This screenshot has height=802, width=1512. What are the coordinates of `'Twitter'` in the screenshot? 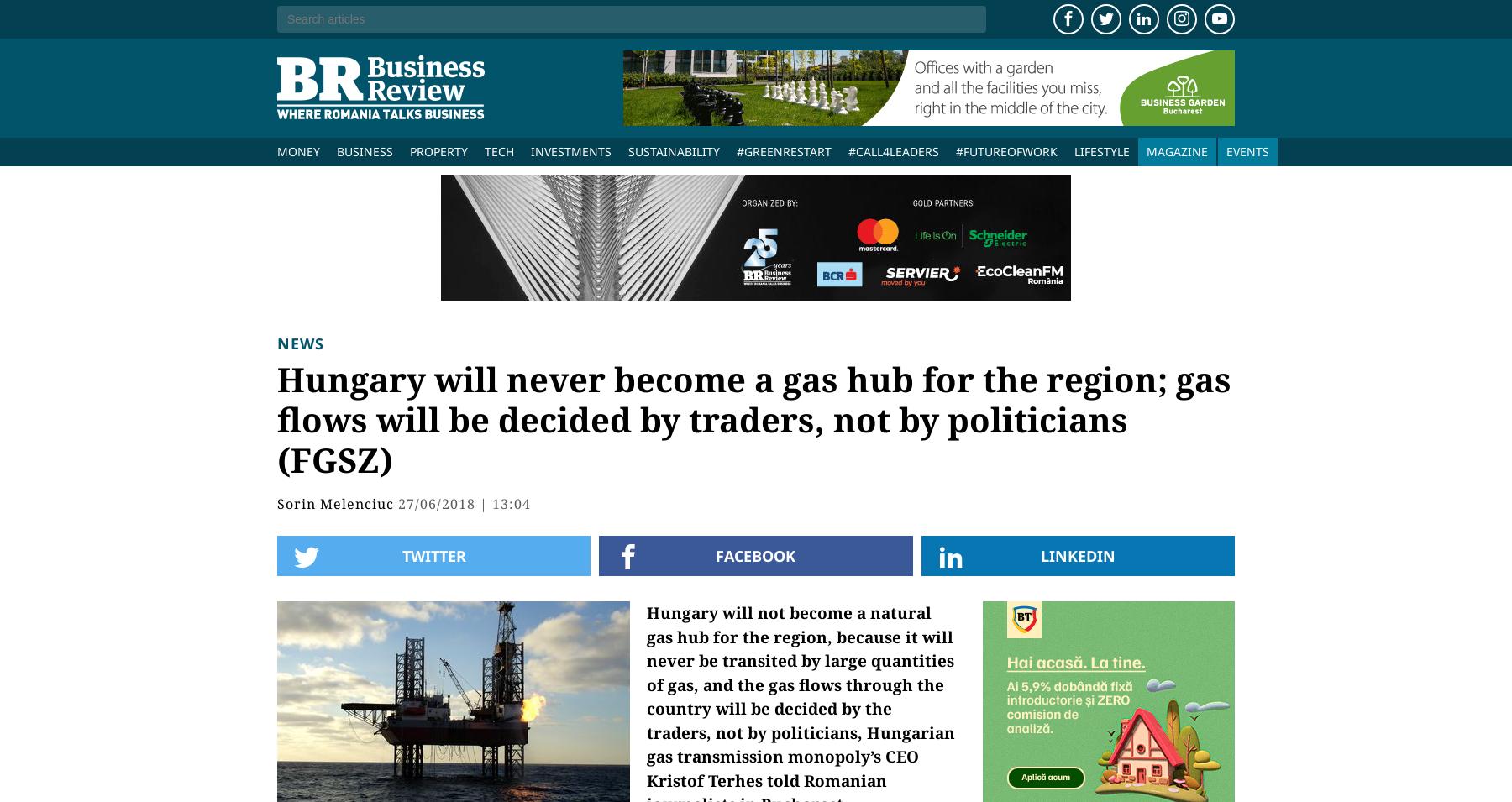 It's located at (433, 555).